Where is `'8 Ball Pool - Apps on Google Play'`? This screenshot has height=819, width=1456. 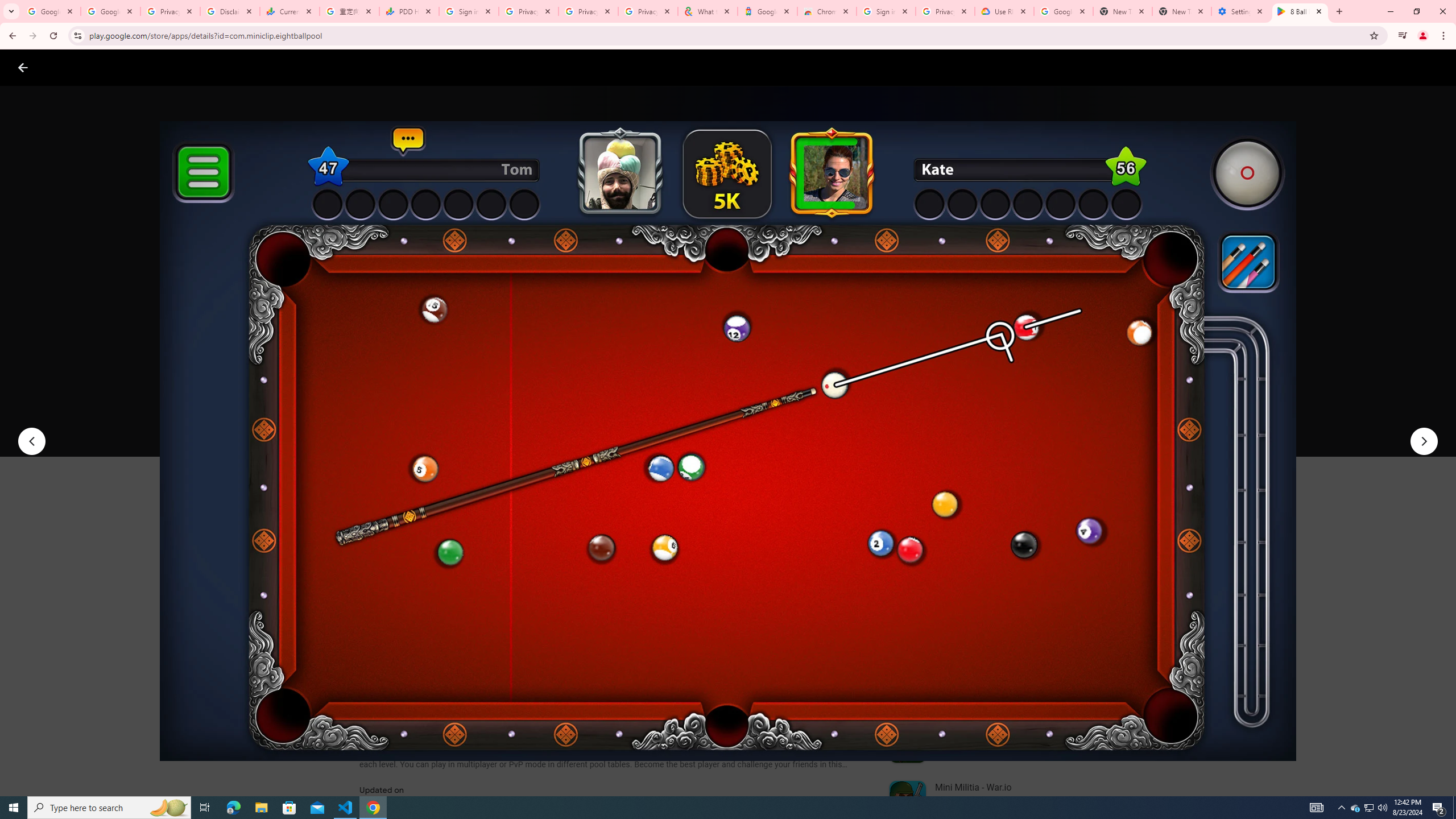 '8 Ball Pool - Apps on Google Play' is located at coordinates (1300, 11).